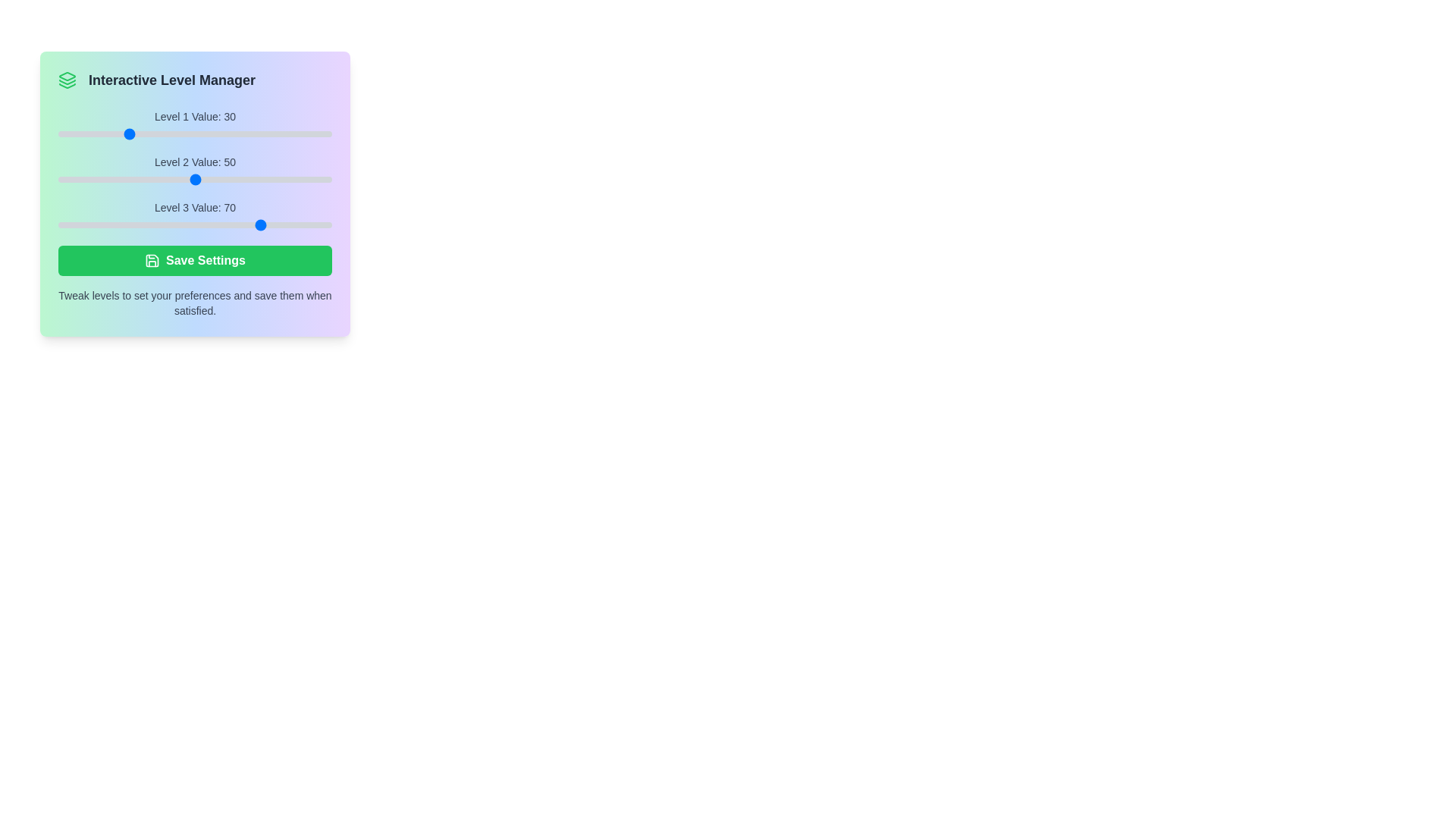  Describe the element at coordinates (194, 133) in the screenshot. I see `the range slider located below the label 'Level 1 Value: 30' to potentially view tooltips` at that location.